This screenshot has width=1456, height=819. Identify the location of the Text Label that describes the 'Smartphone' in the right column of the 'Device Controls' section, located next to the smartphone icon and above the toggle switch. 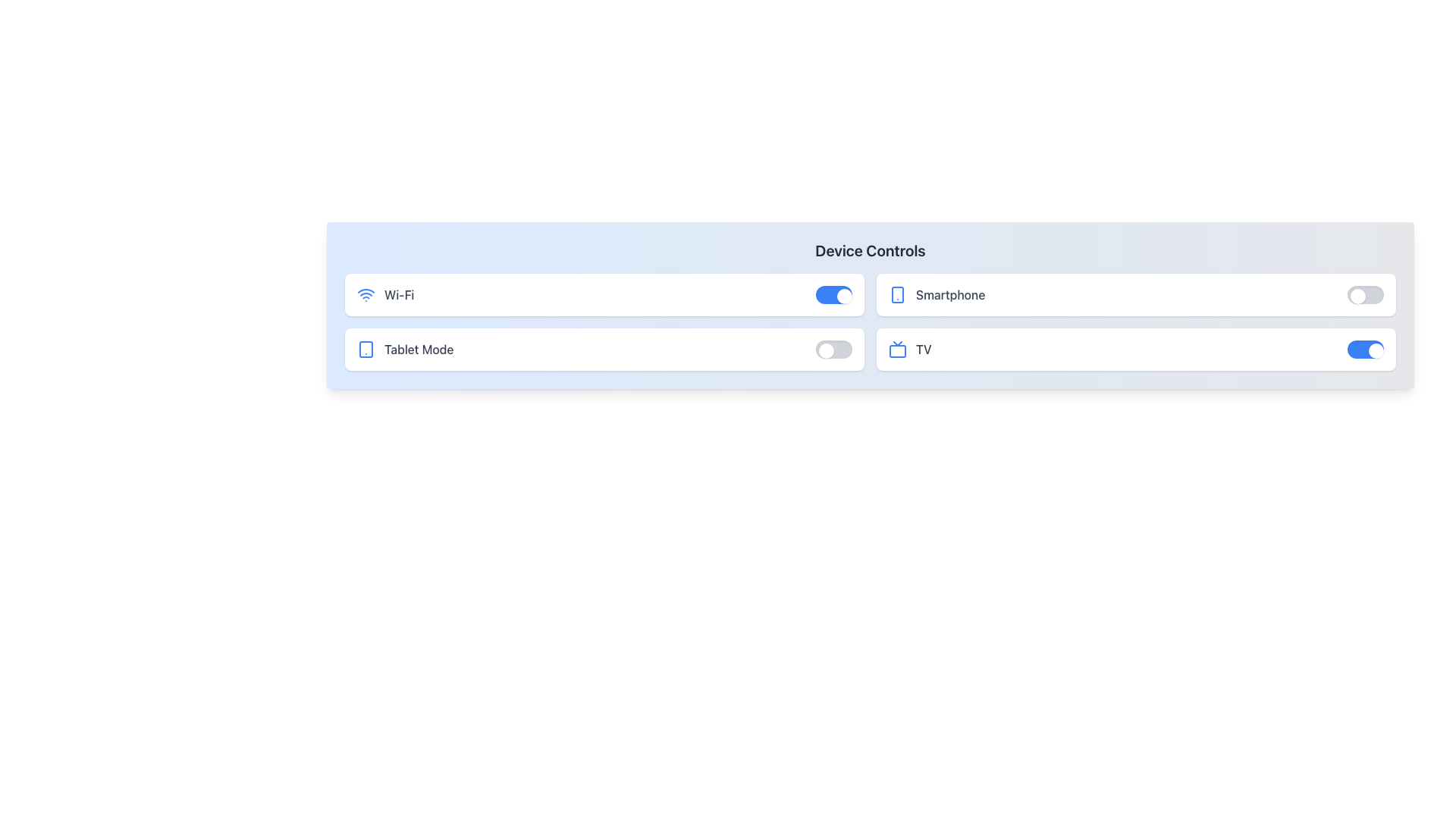
(949, 295).